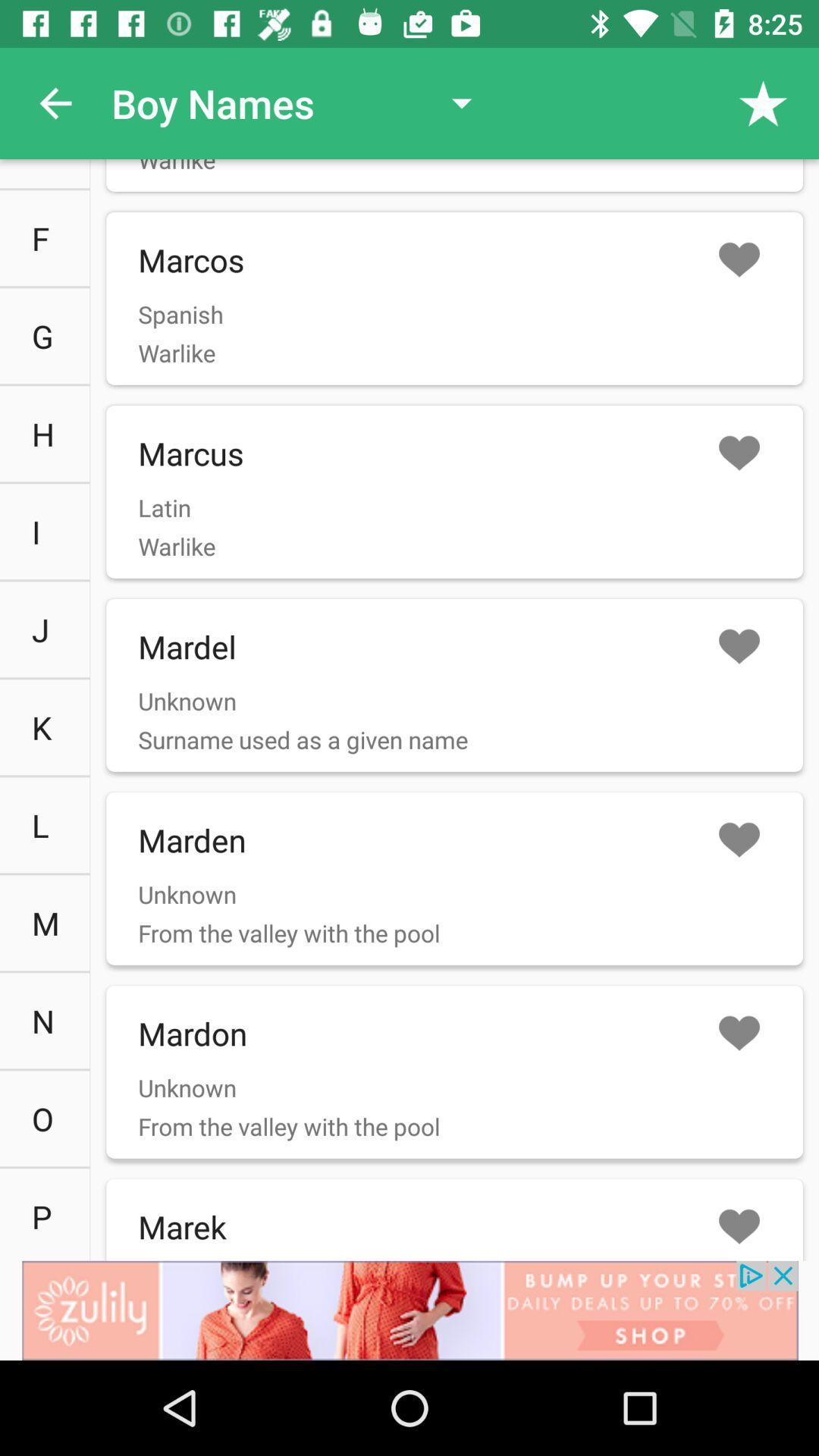 The width and height of the screenshot is (819, 1456). Describe the element at coordinates (409, 1310) in the screenshot. I see `advertisement` at that location.